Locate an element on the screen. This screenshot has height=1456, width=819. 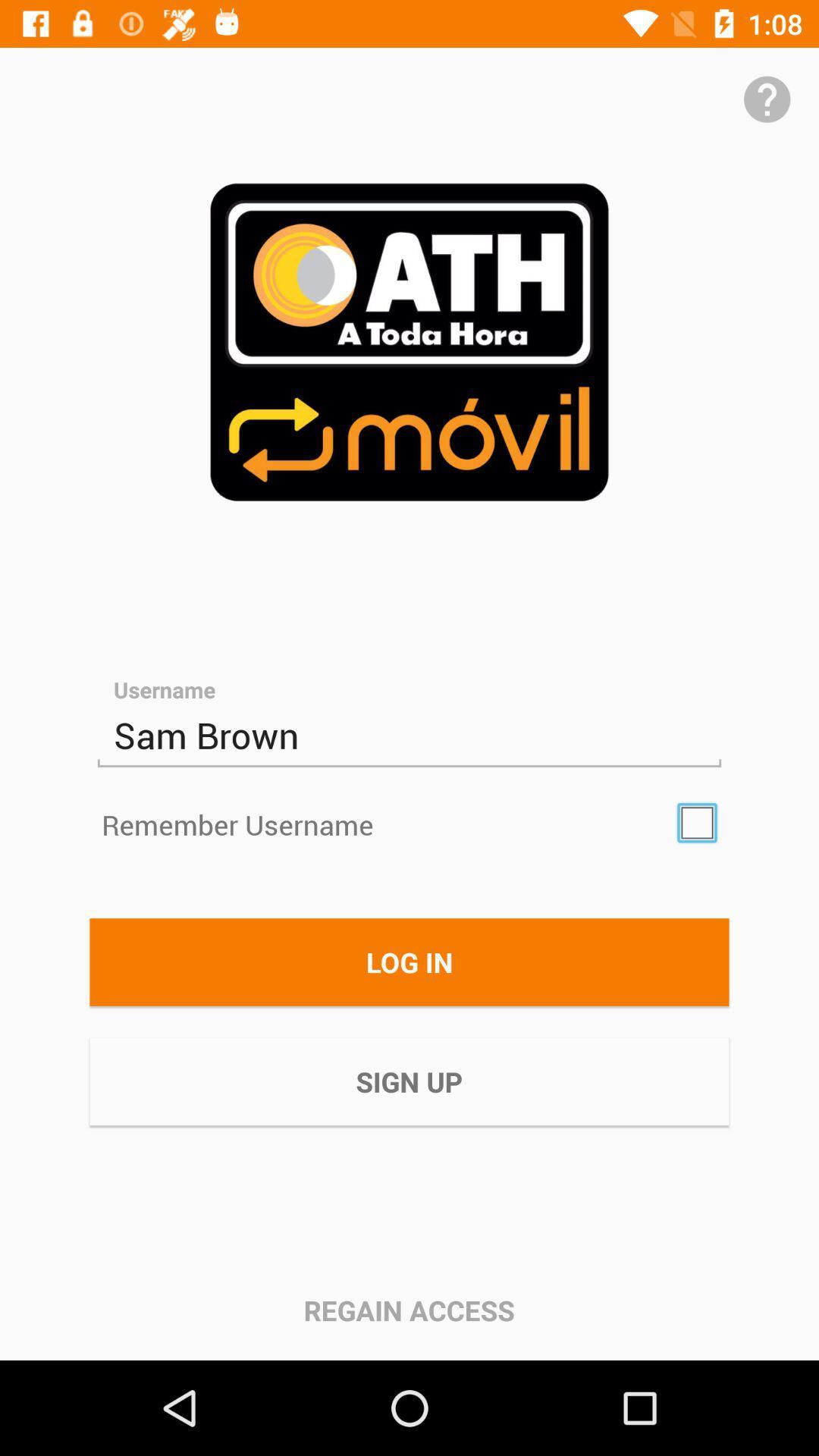
get help is located at coordinates (767, 99).